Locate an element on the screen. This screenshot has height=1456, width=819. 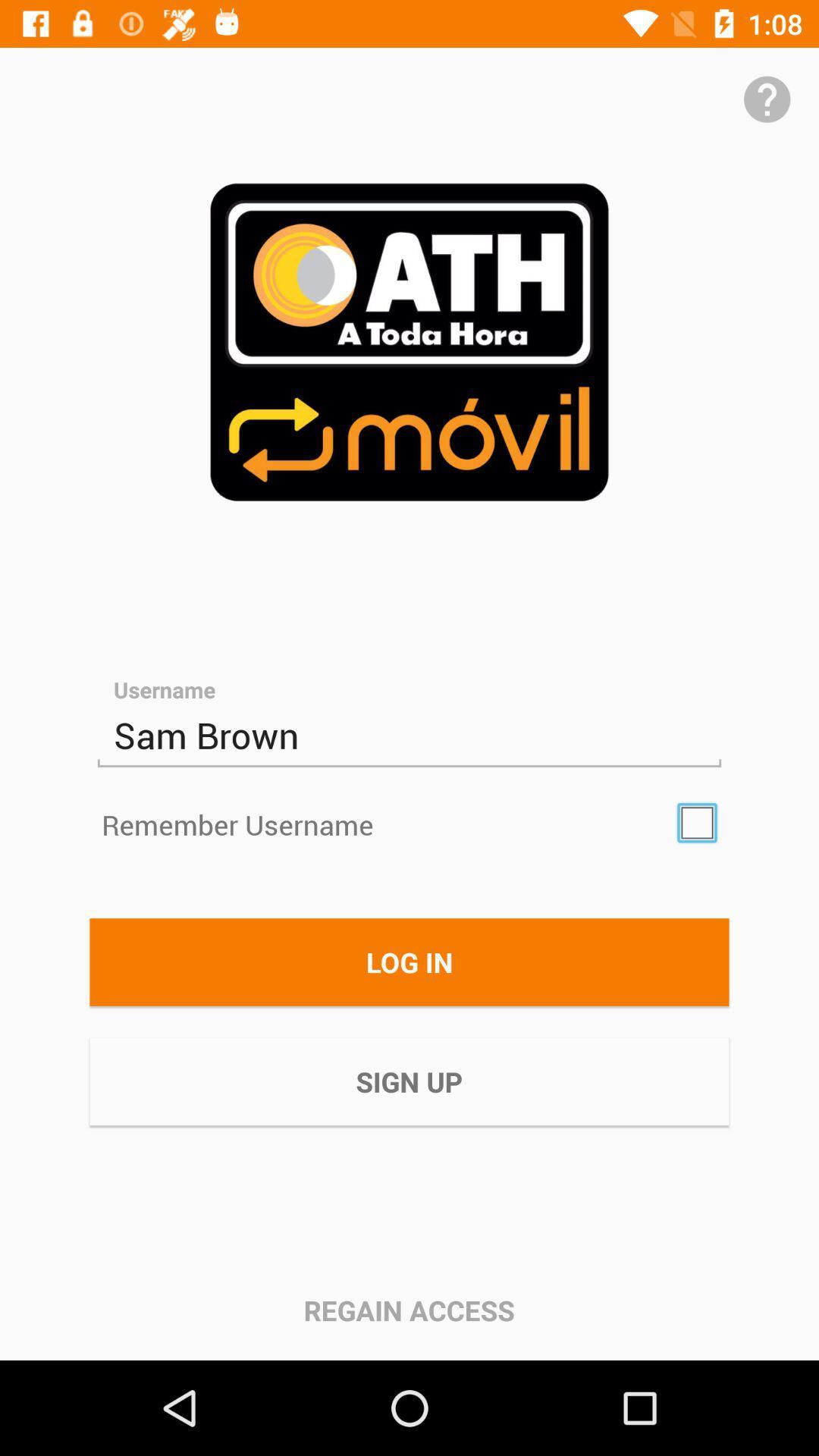
get help is located at coordinates (767, 99).